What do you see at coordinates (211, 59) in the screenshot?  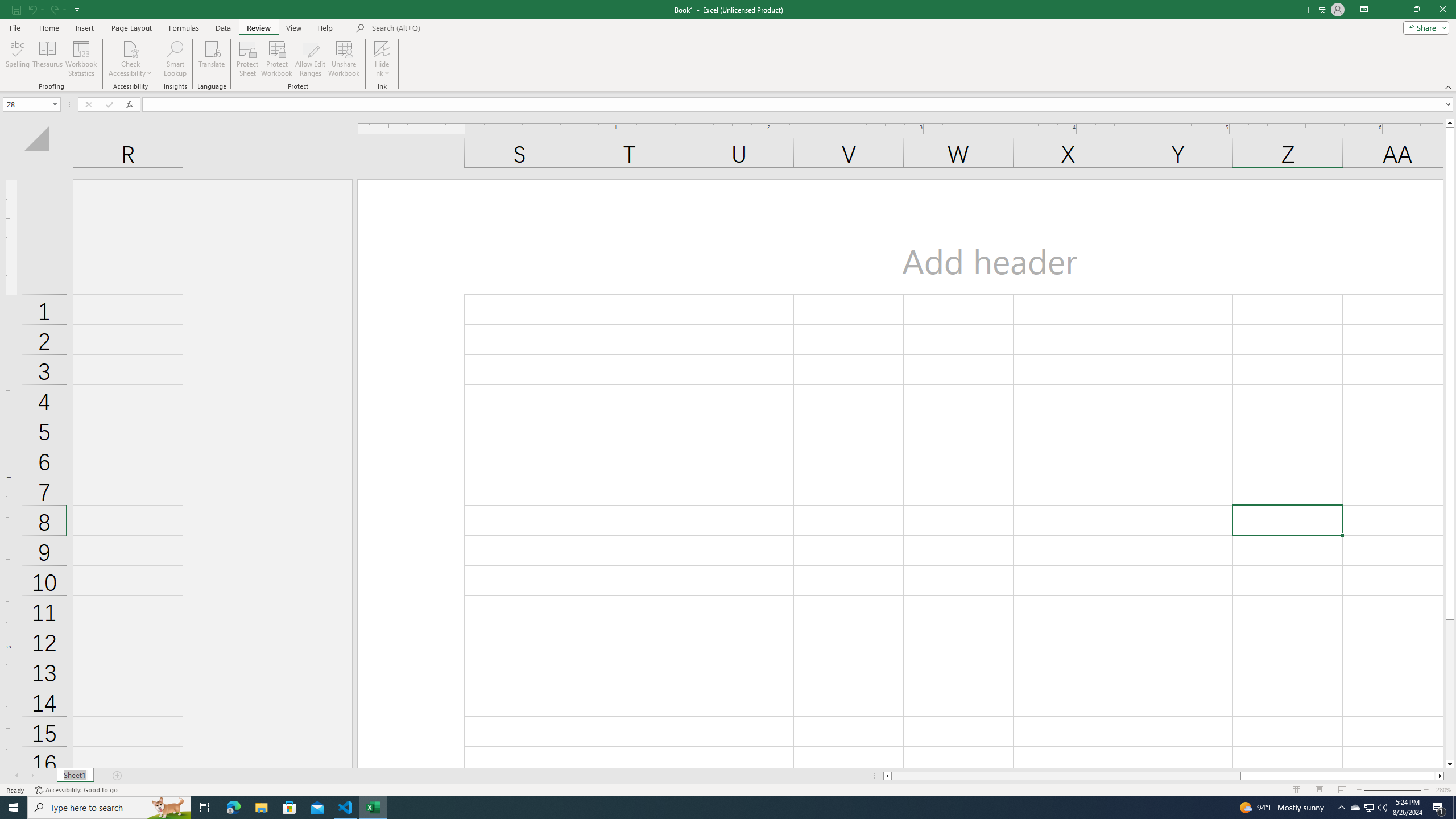 I see `'Translate'` at bounding box center [211, 59].